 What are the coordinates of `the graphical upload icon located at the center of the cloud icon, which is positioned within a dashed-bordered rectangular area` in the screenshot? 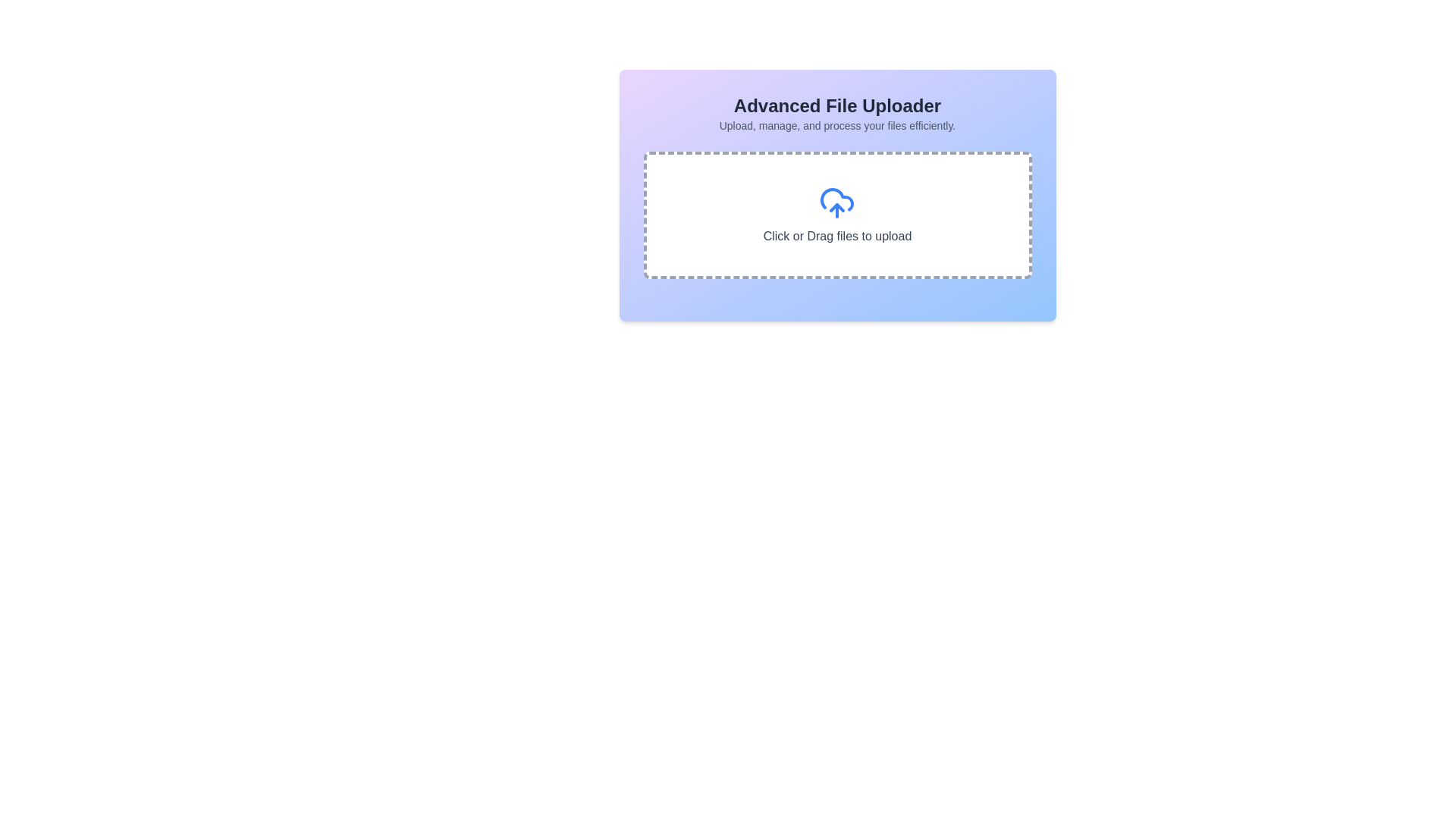 It's located at (836, 207).